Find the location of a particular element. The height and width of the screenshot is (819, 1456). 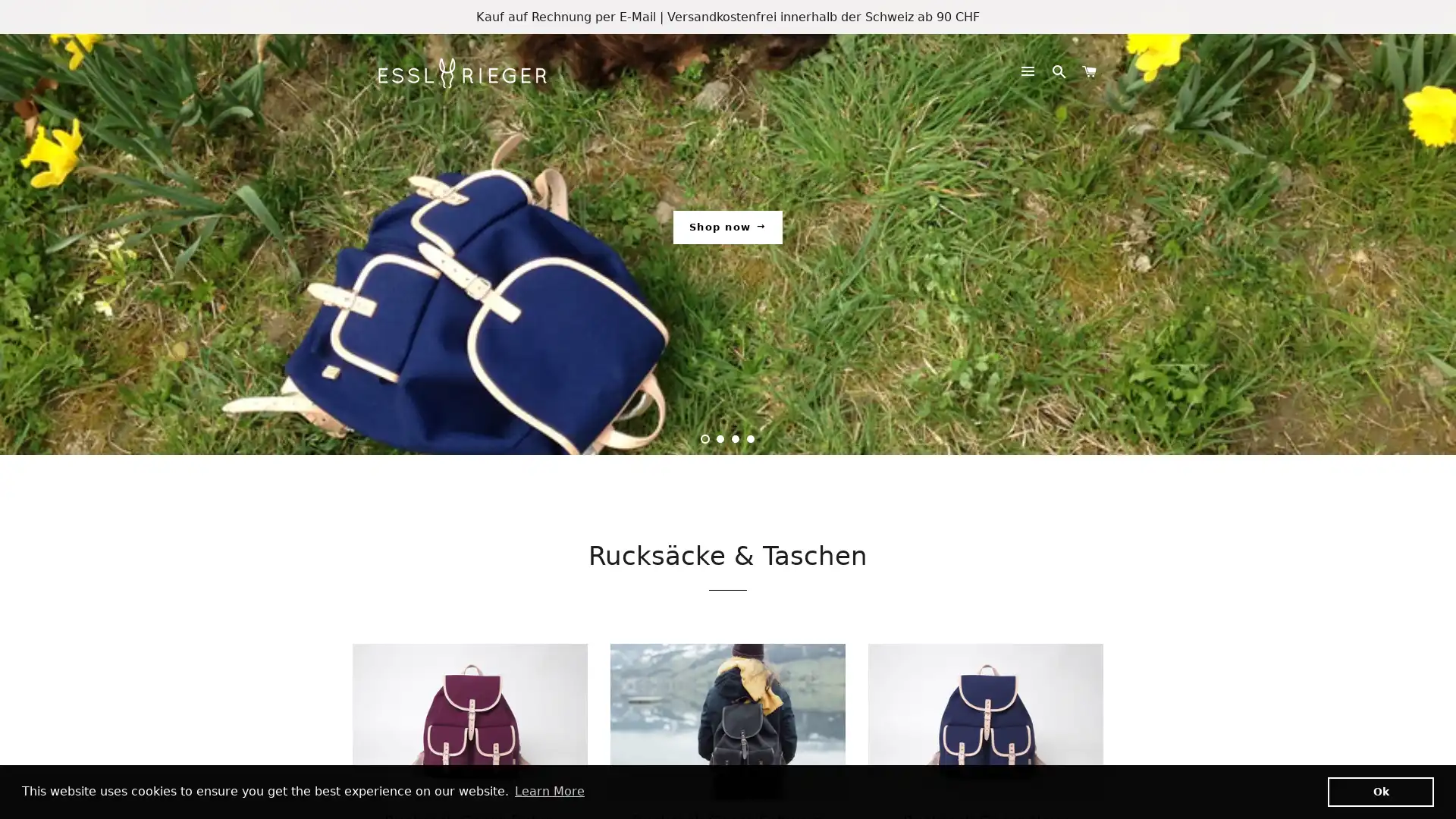

3 is located at coordinates (735, 801).